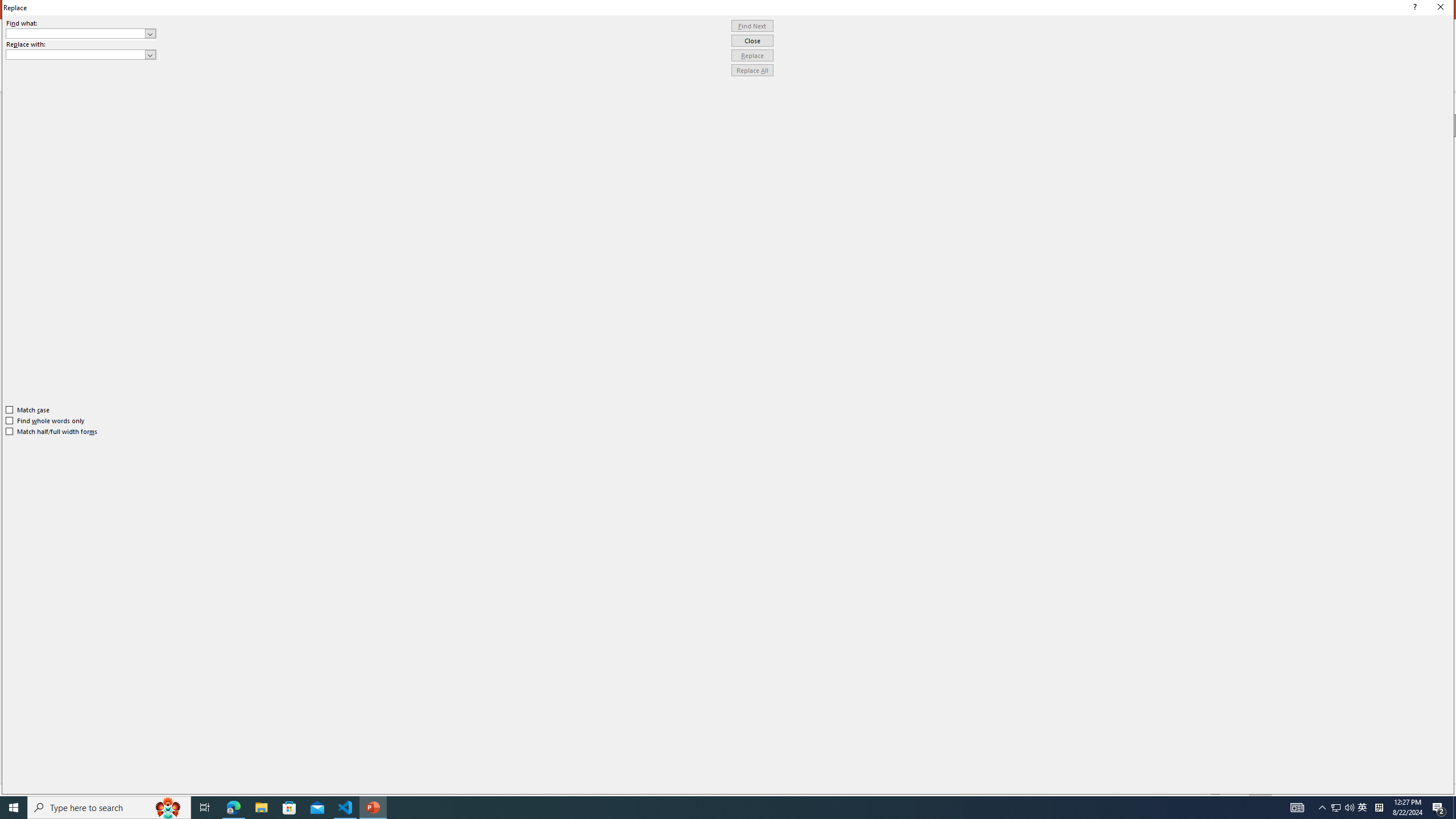 The image size is (1456, 819). I want to click on 'Find what', so click(76, 33).